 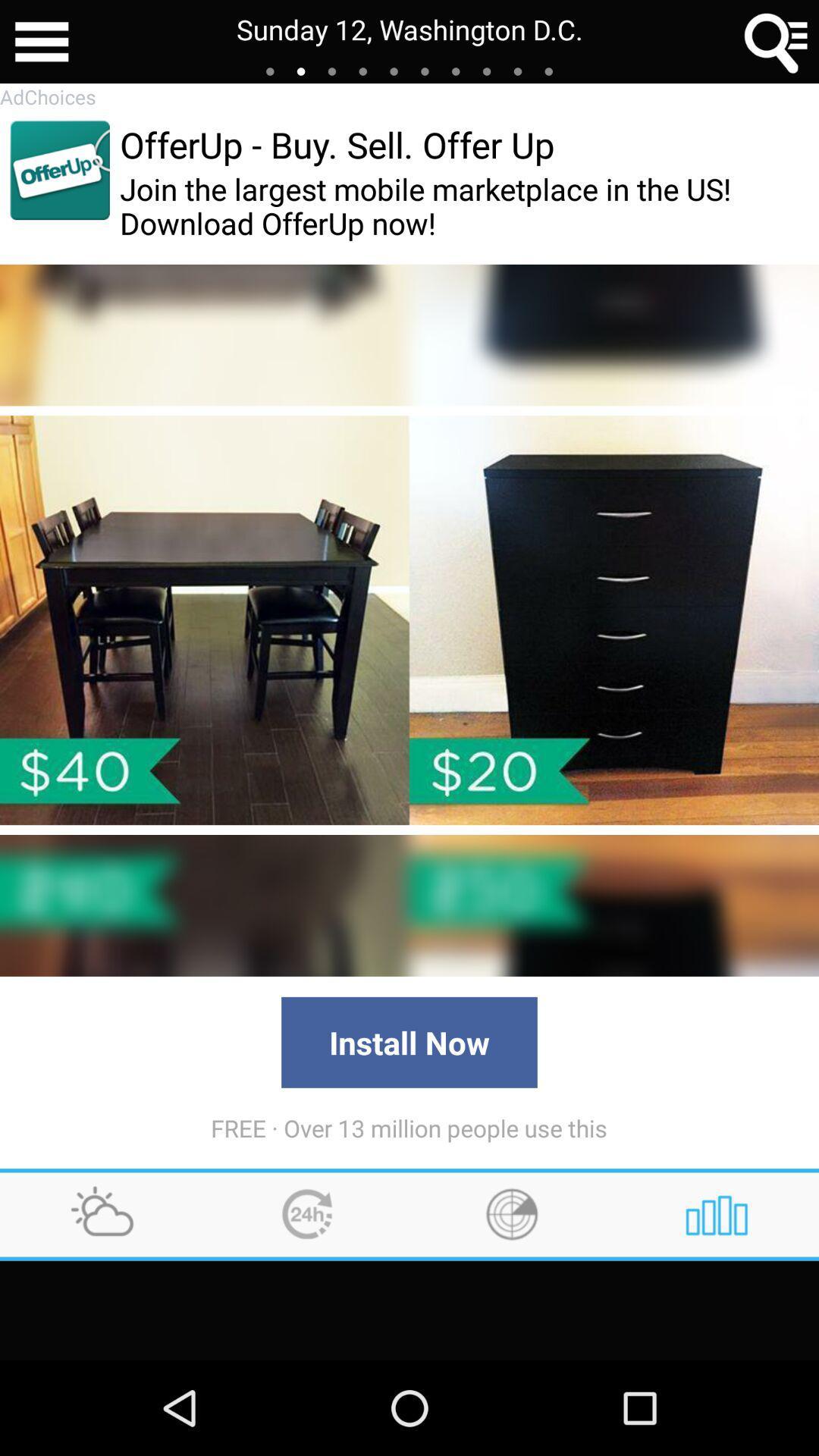 What do you see at coordinates (59, 170) in the screenshot?
I see `advertisement button` at bounding box center [59, 170].